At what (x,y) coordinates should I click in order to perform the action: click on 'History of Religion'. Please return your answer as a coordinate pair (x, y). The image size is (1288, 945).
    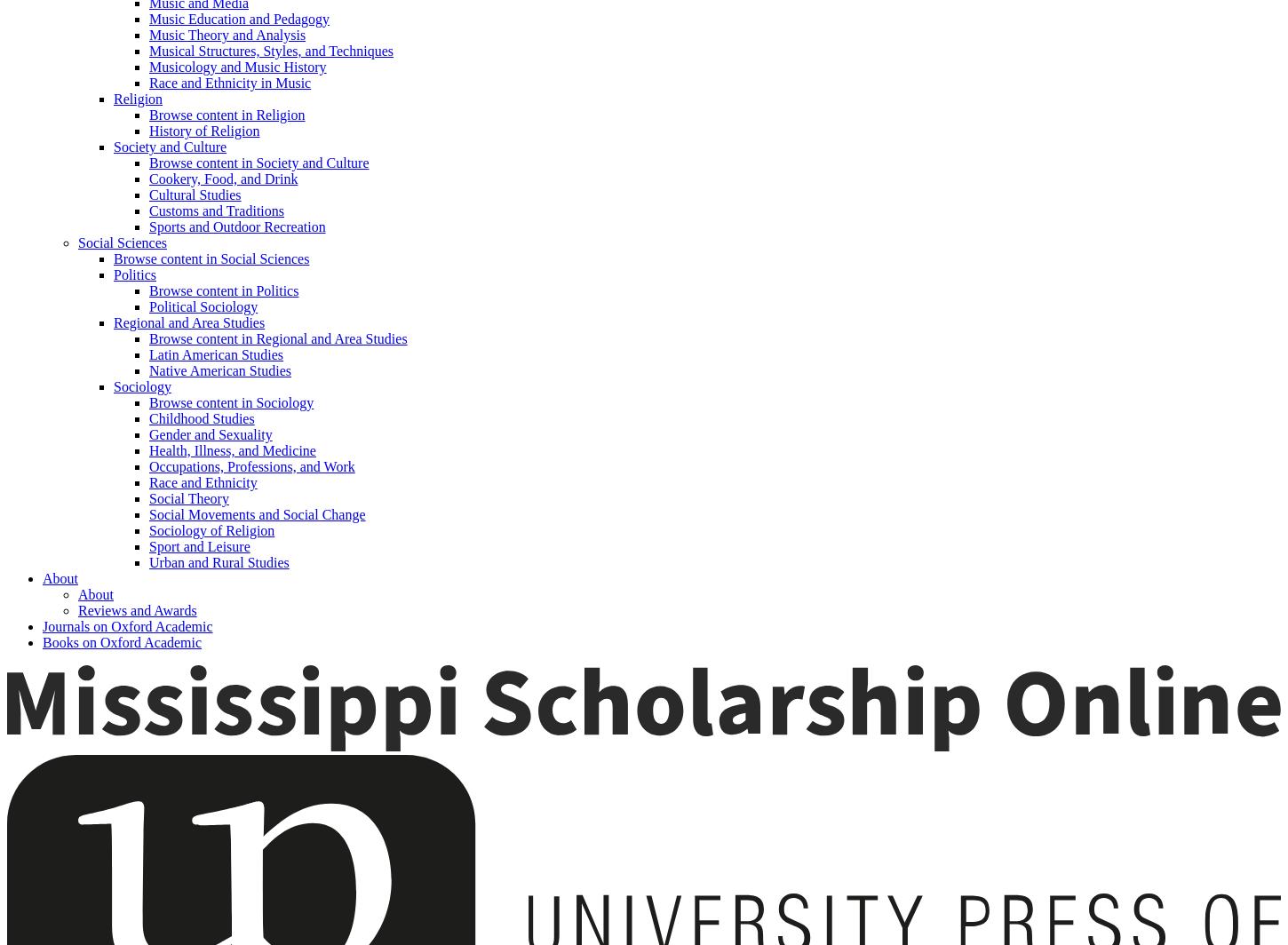
    Looking at the image, I should click on (203, 131).